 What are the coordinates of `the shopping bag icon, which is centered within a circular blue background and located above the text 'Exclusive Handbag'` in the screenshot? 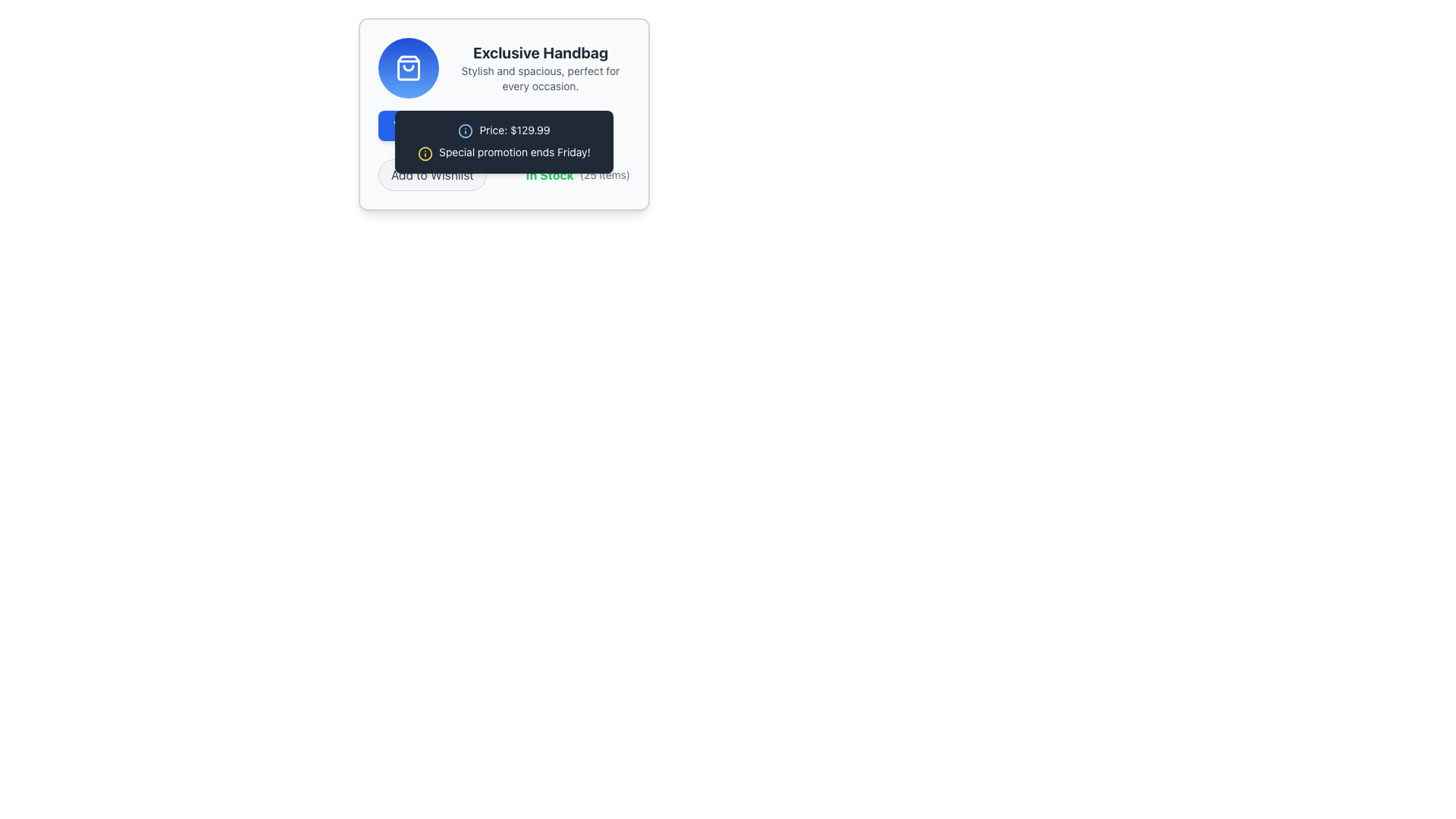 It's located at (408, 67).